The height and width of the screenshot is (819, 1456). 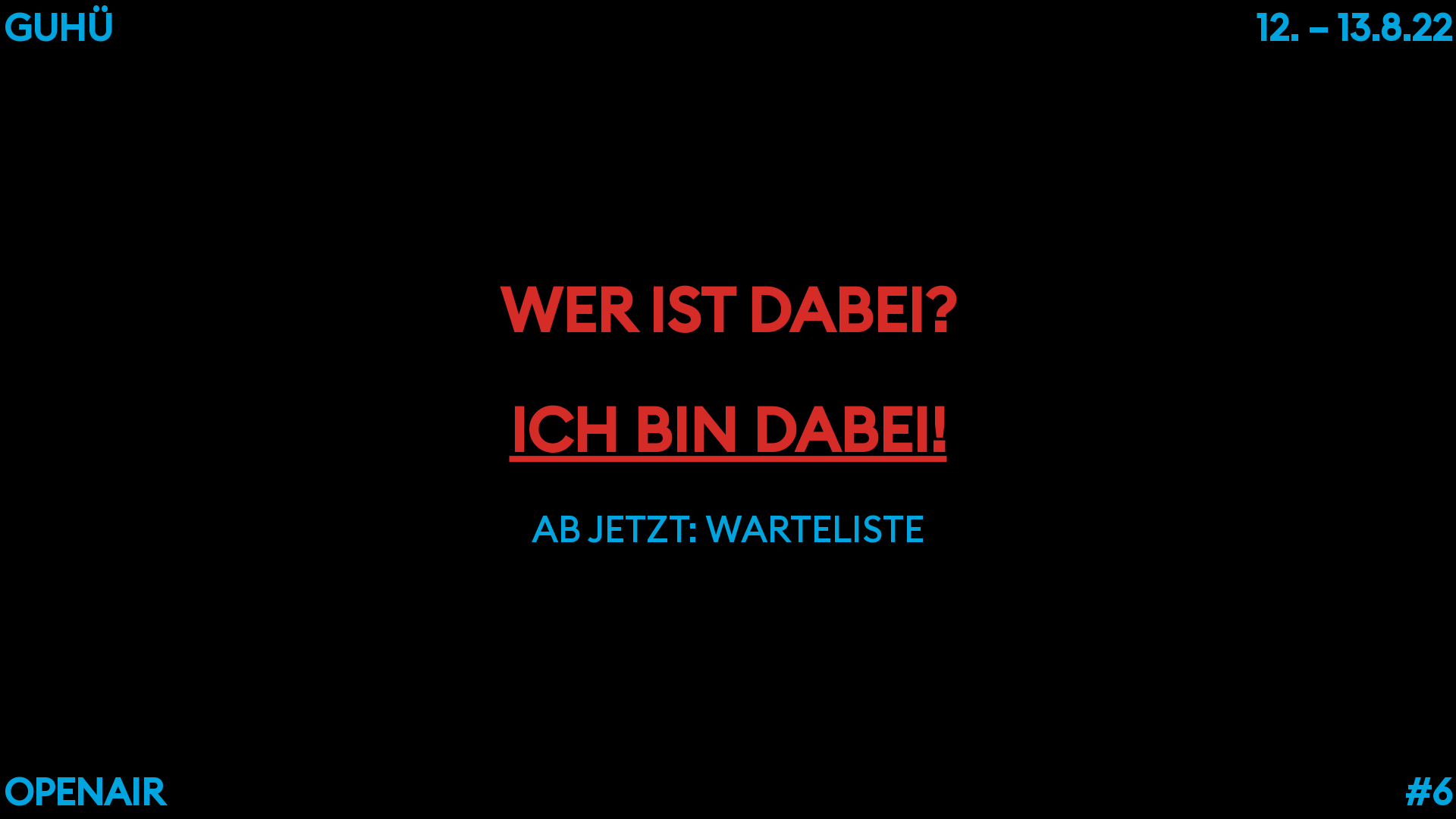 What do you see at coordinates (728, 429) in the screenshot?
I see `'ICH BIN DABEI!'` at bounding box center [728, 429].